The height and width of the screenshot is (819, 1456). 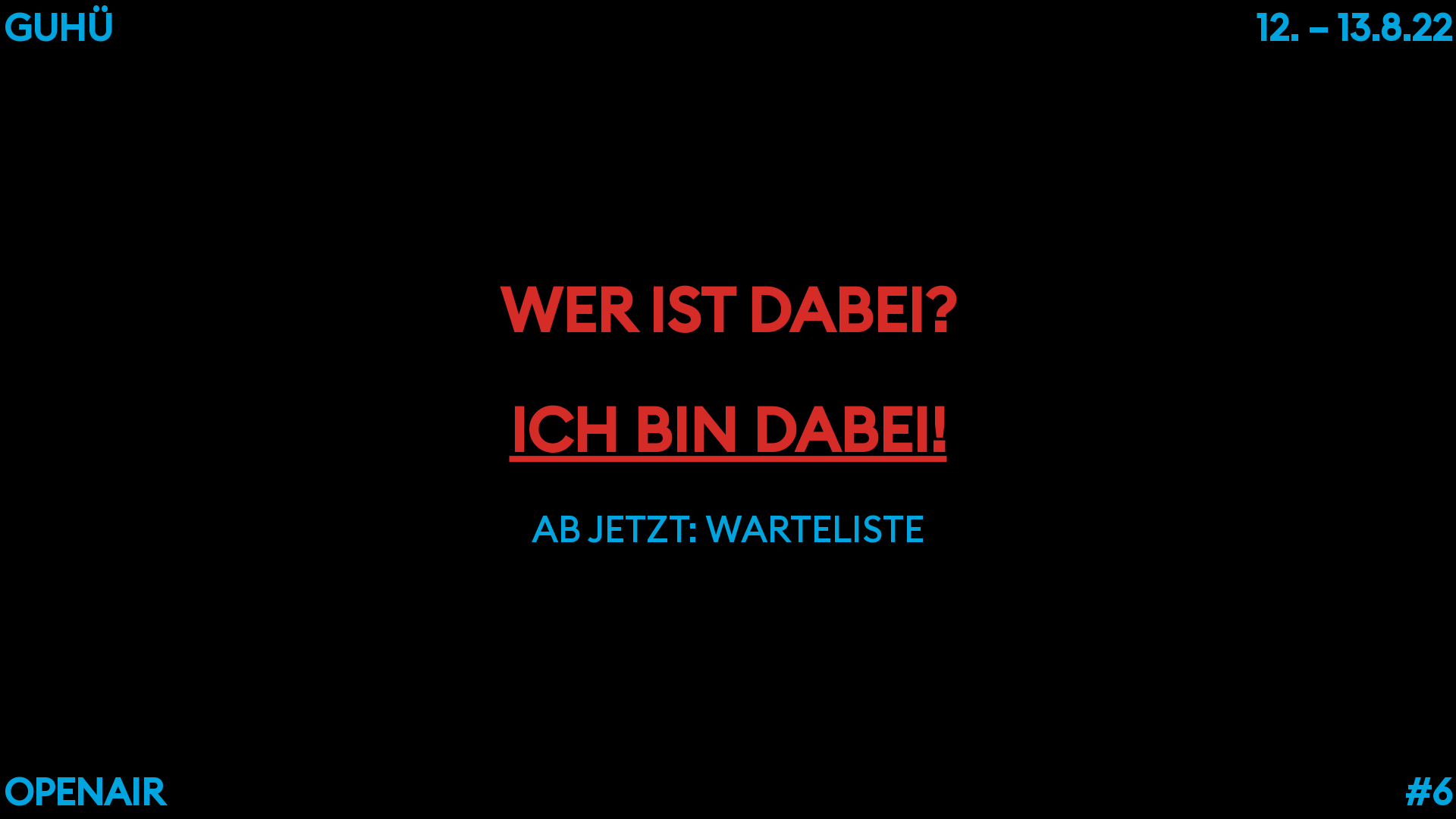 What do you see at coordinates (728, 429) in the screenshot?
I see `'ICH BIN DABEI!'` at bounding box center [728, 429].